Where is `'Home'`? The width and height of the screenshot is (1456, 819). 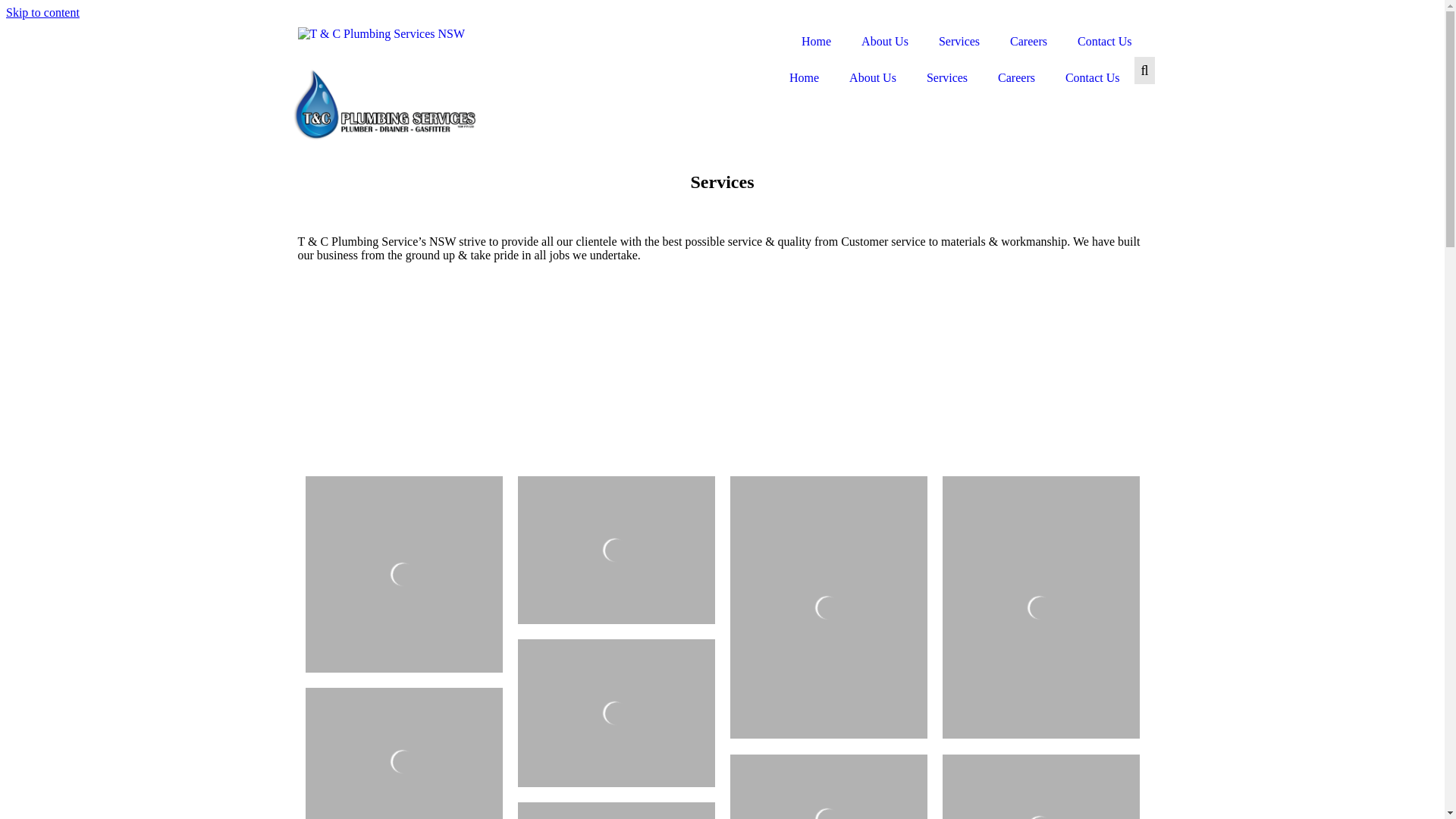
'Home' is located at coordinates (803, 78).